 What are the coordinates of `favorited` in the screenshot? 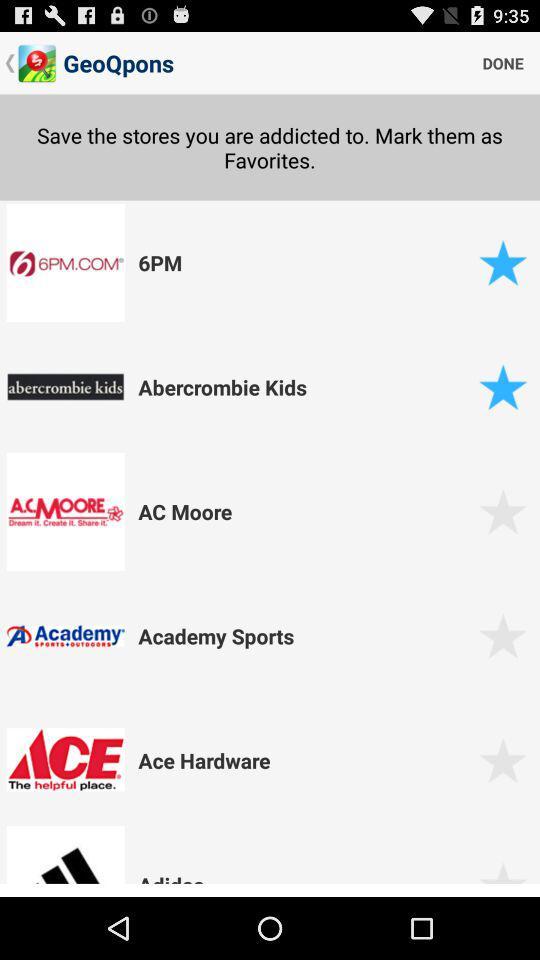 It's located at (502, 386).